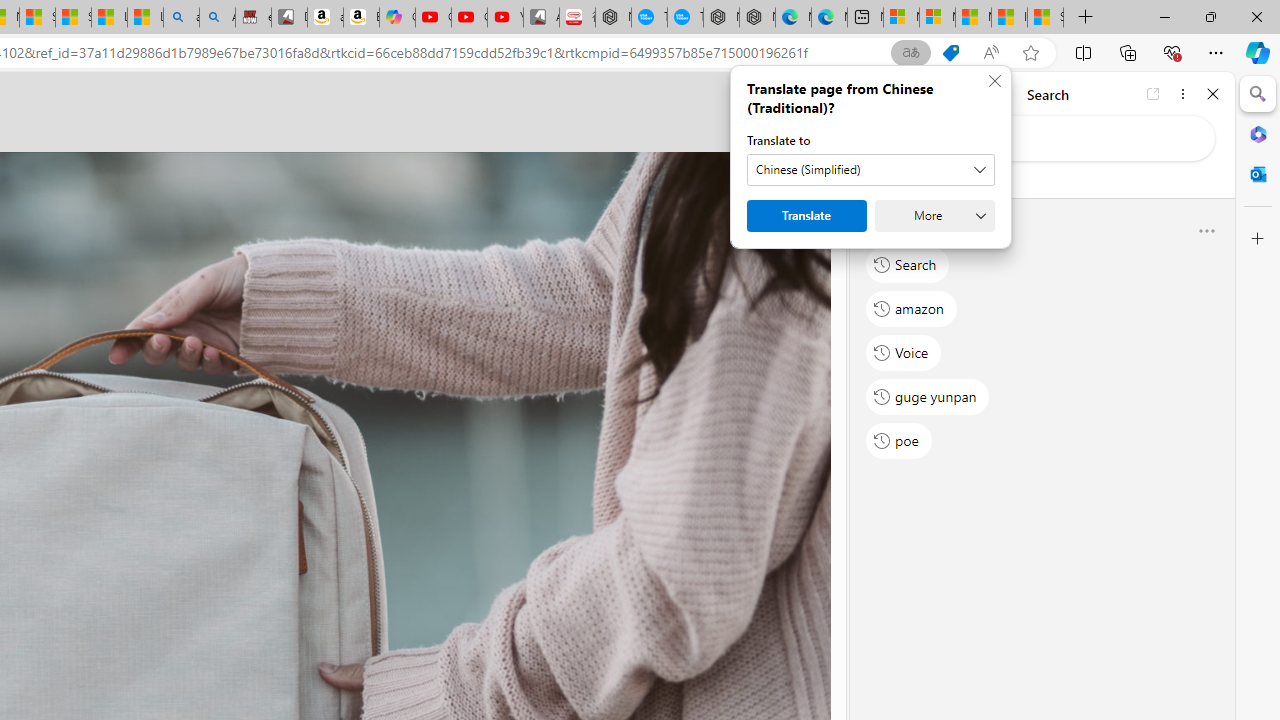  I want to click on 'Nordace - Nordace has arrived Hong Kong', so click(756, 17).